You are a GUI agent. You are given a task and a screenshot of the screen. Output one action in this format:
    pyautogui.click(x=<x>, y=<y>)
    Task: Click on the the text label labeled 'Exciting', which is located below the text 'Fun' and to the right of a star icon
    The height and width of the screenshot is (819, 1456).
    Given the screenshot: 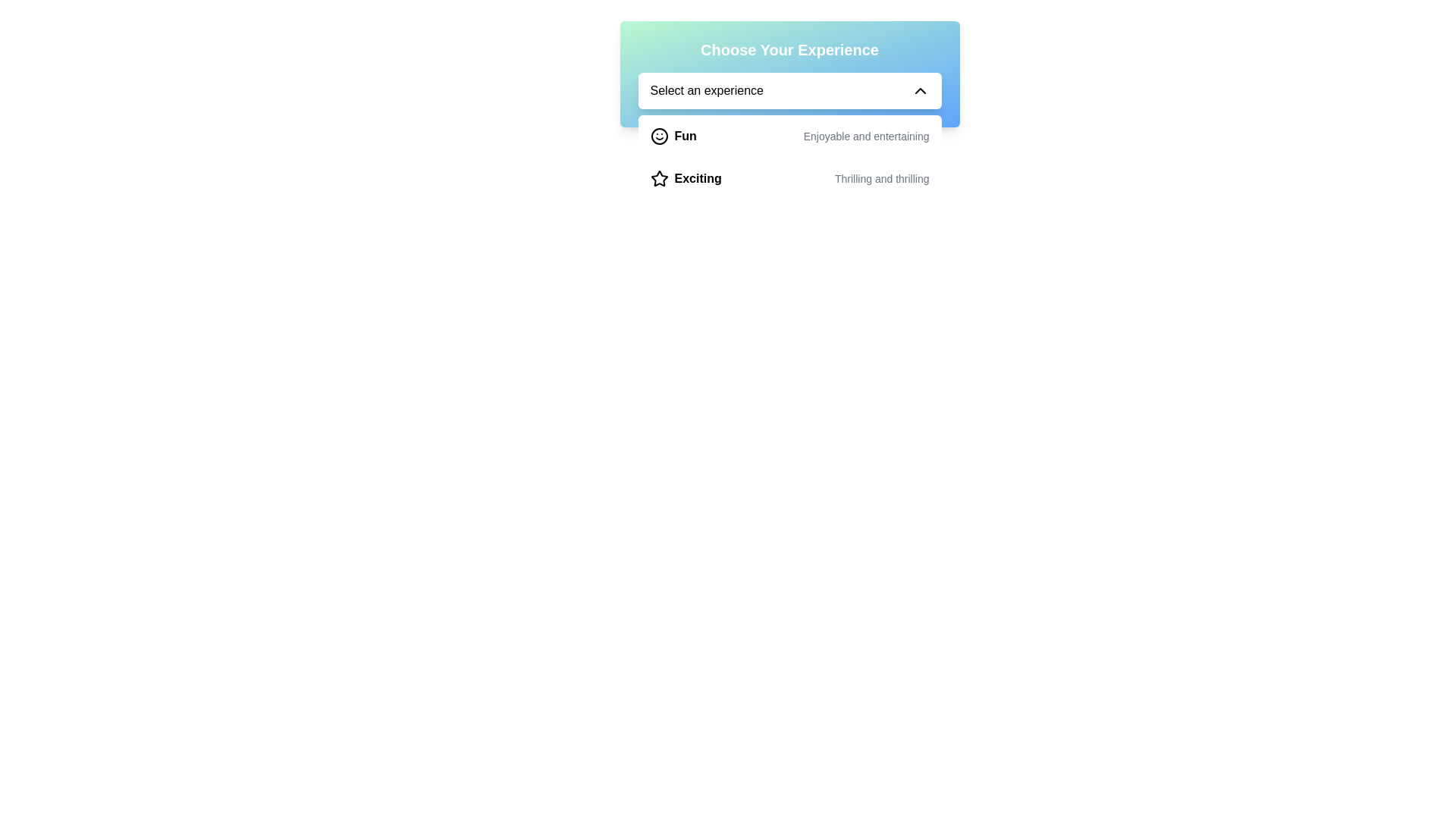 What is the action you would take?
    pyautogui.click(x=697, y=177)
    